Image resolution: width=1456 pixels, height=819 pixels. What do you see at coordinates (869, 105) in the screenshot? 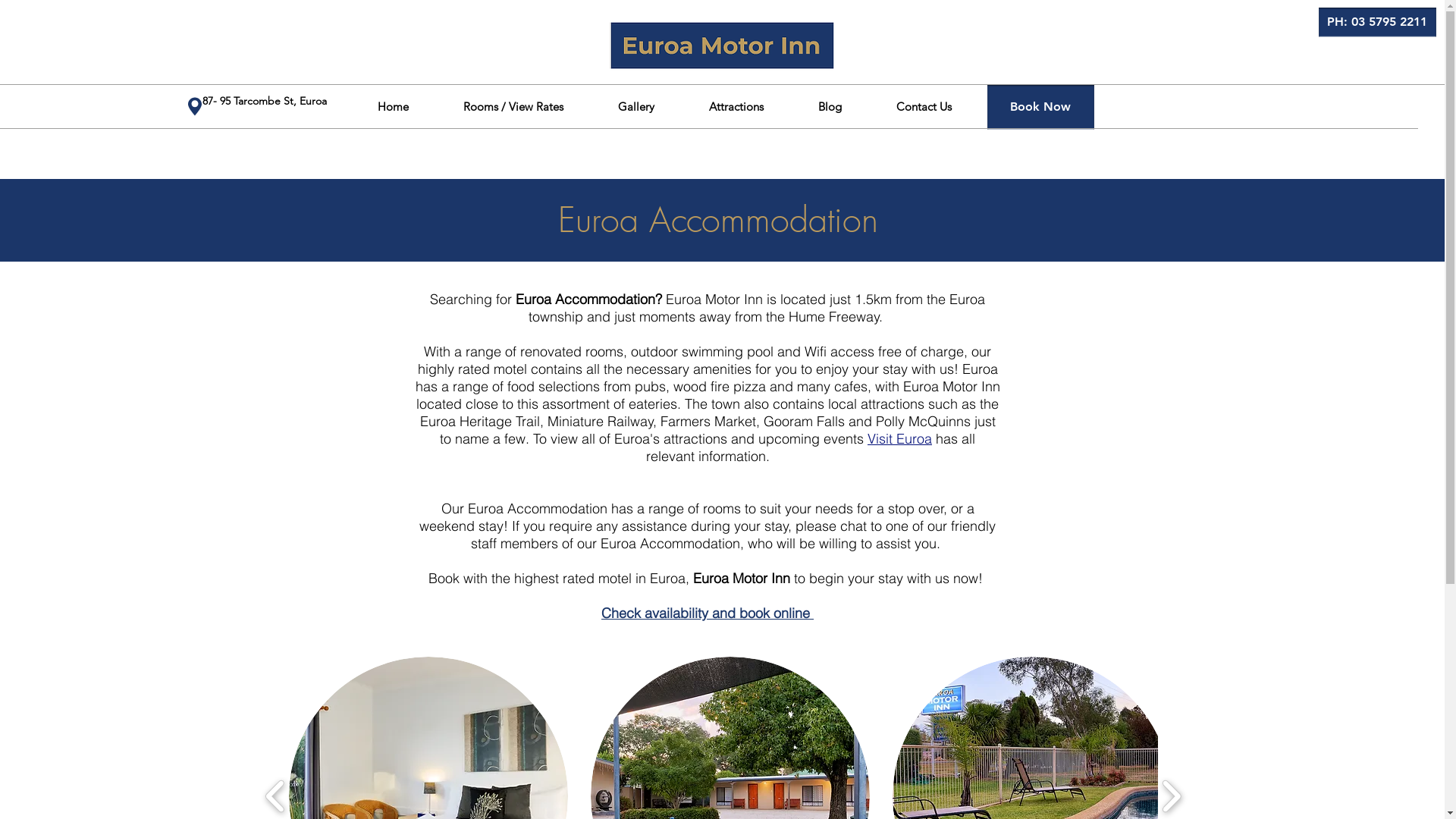
I see `'Contact Us'` at bounding box center [869, 105].